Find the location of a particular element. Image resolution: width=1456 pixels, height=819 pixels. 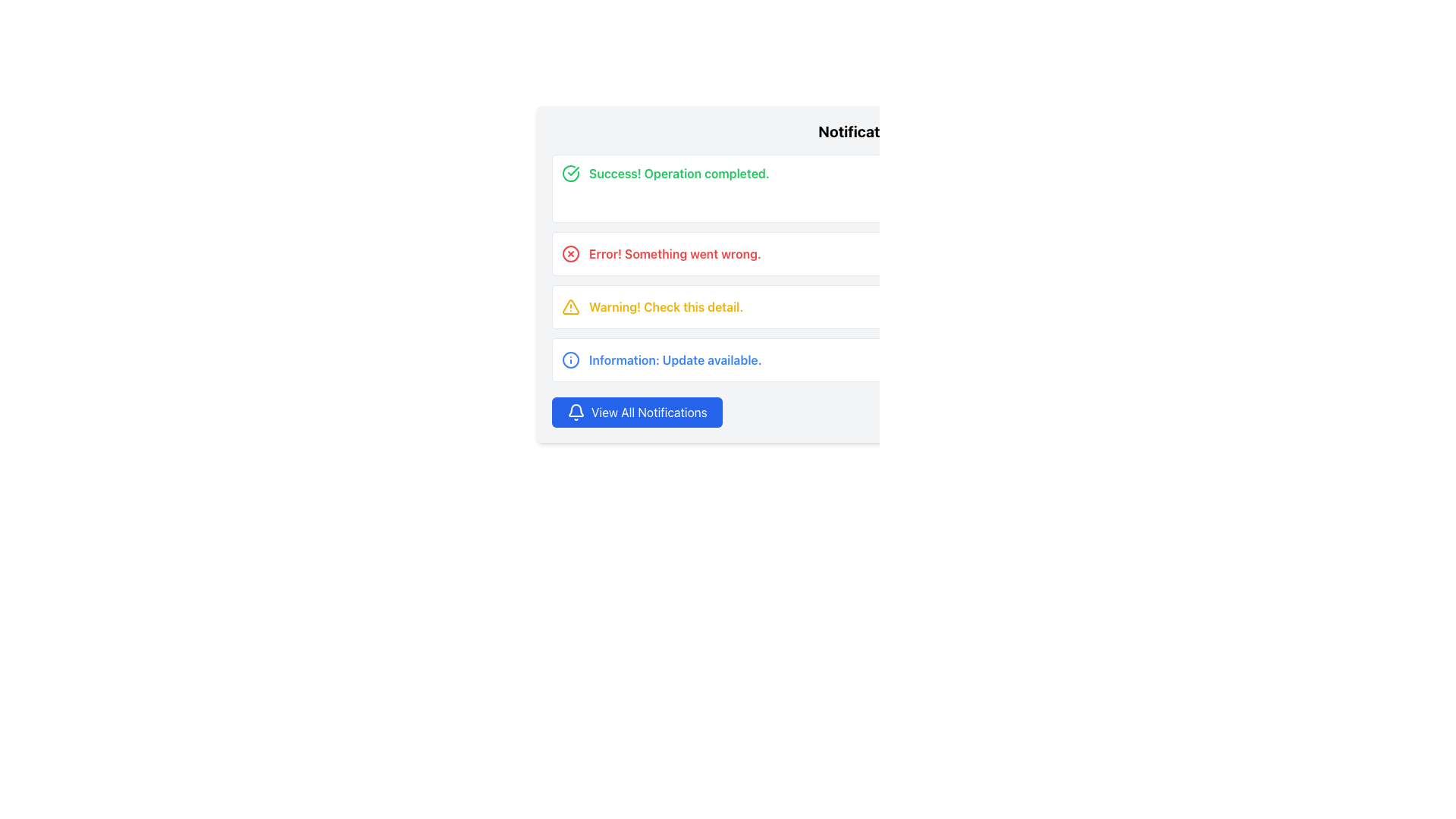

the static text element that displays 'Warning! Check this detail.' which is styled in bold and colored yellow, located in the third notification row, between a warning icon and a 'Review' button is located at coordinates (666, 307).